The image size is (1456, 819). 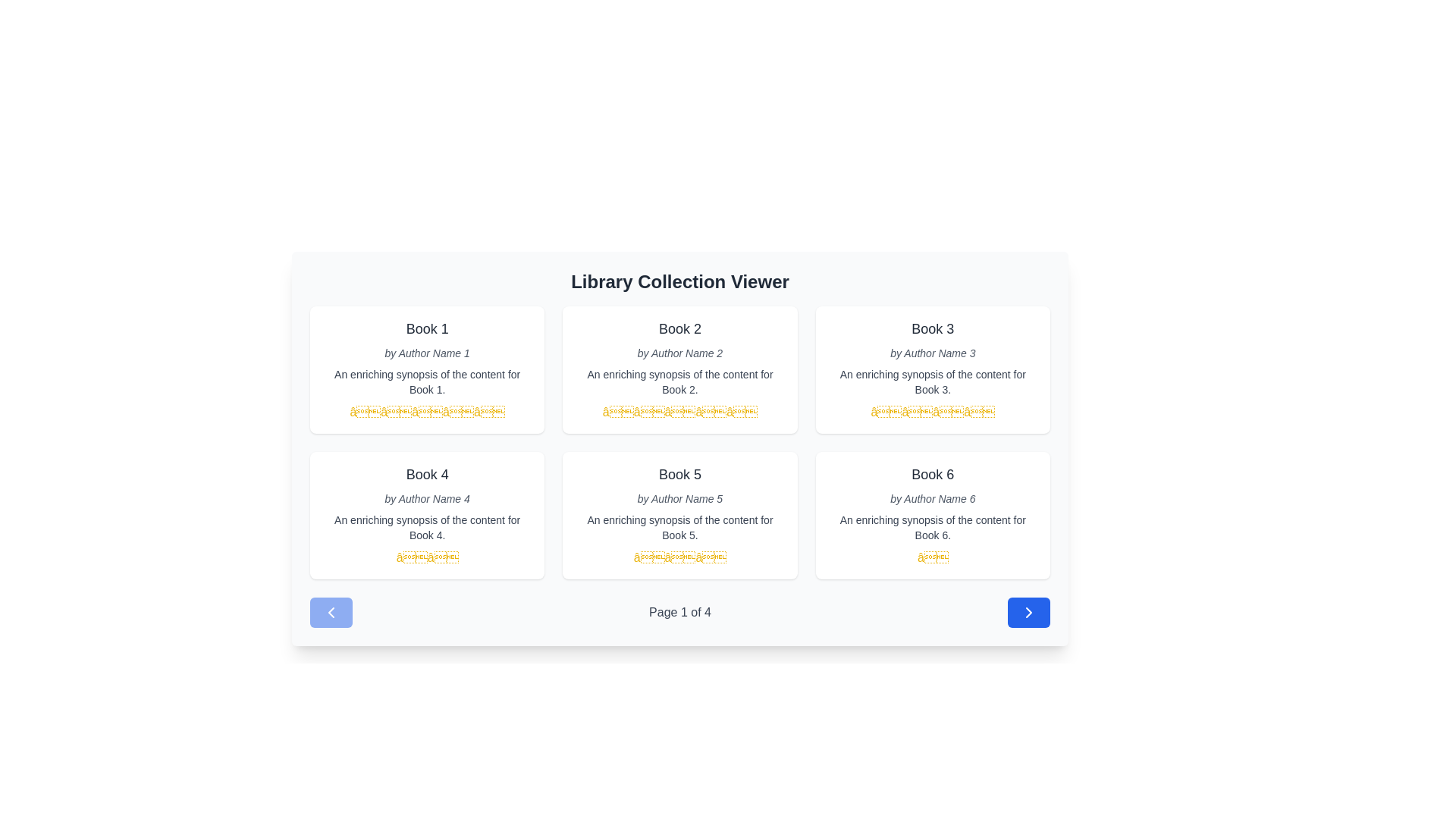 What do you see at coordinates (886, 412) in the screenshot?
I see `the visual feedback of the third star glyph in the horizontal group of four stars indicating a rating for Book 3` at bounding box center [886, 412].